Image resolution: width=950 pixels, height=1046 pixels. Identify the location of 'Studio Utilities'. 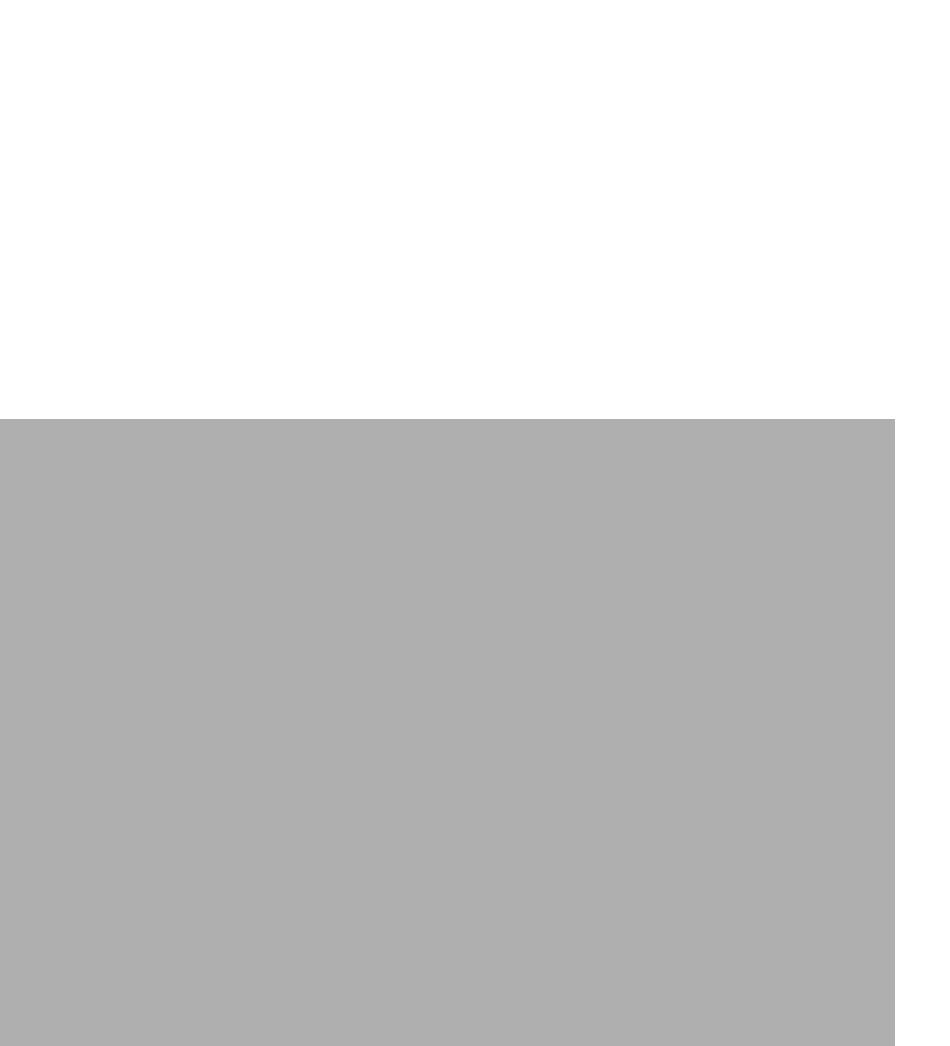
(186, 683).